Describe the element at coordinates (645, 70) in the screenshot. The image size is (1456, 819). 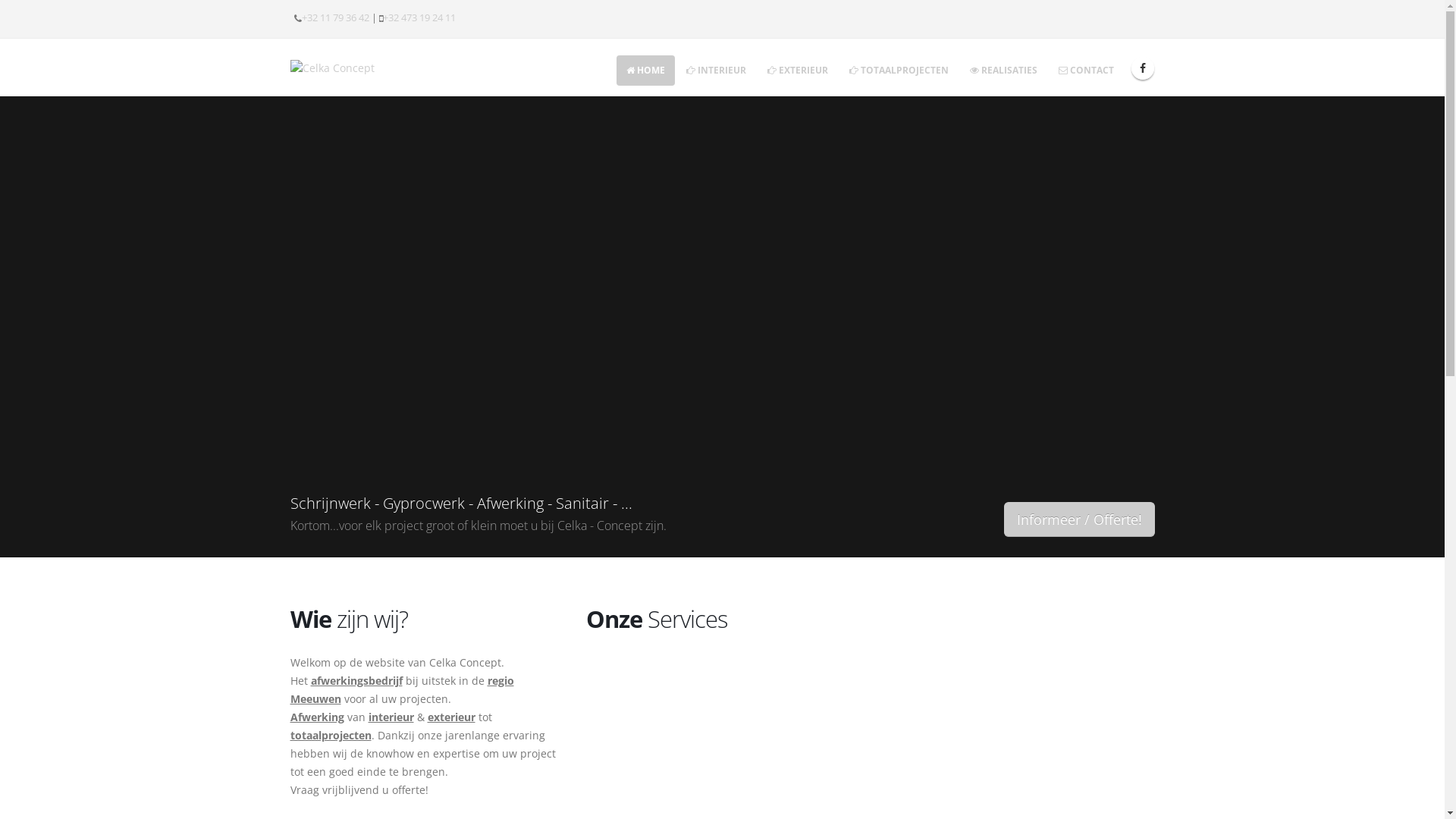
I see `'HOME'` at that location.